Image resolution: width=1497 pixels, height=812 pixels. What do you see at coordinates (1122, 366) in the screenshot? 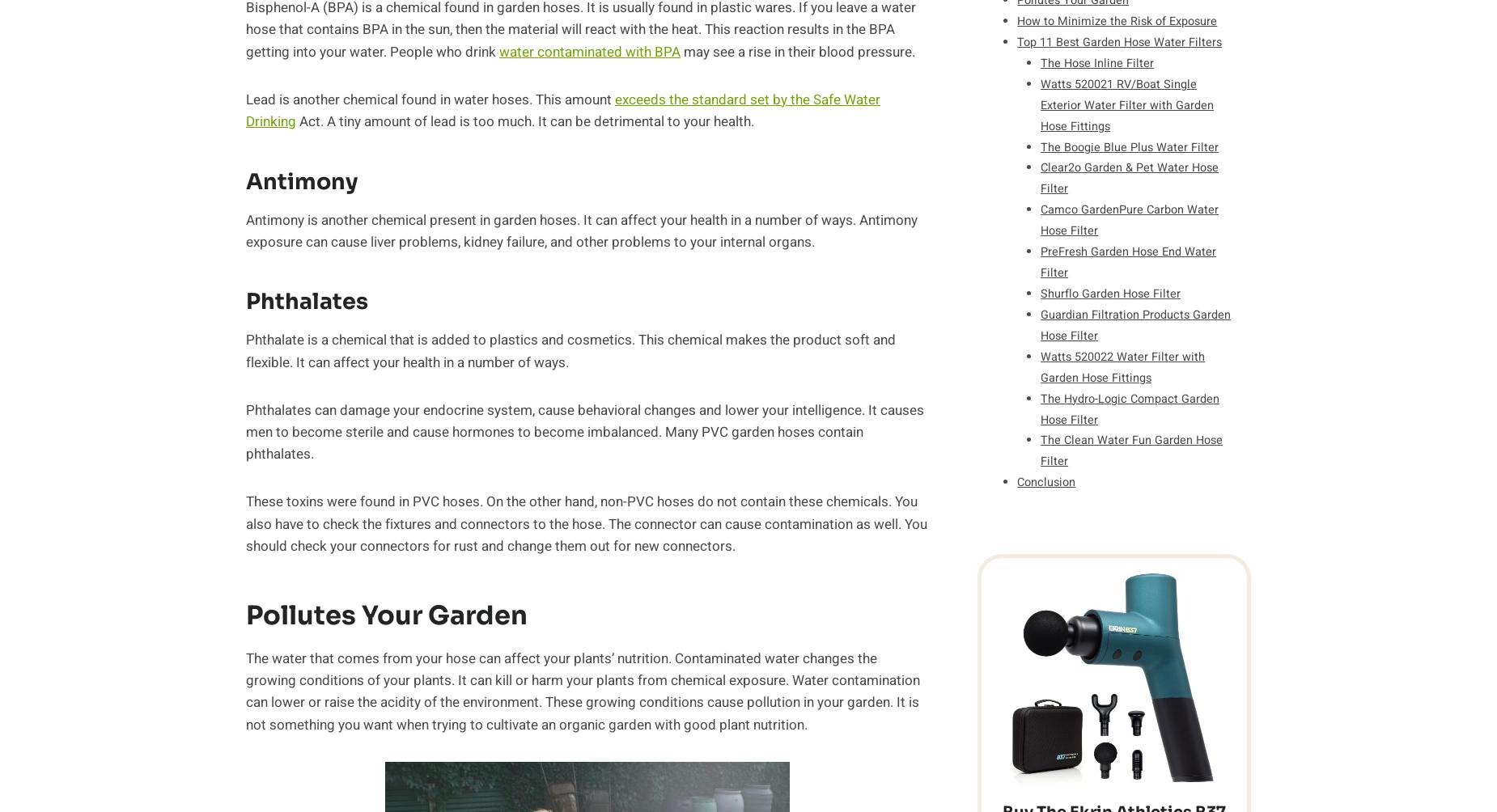
I see `'Watts 520022 Water Filter with Garden Hose Fittings'` at bounding box center [1122, 366].